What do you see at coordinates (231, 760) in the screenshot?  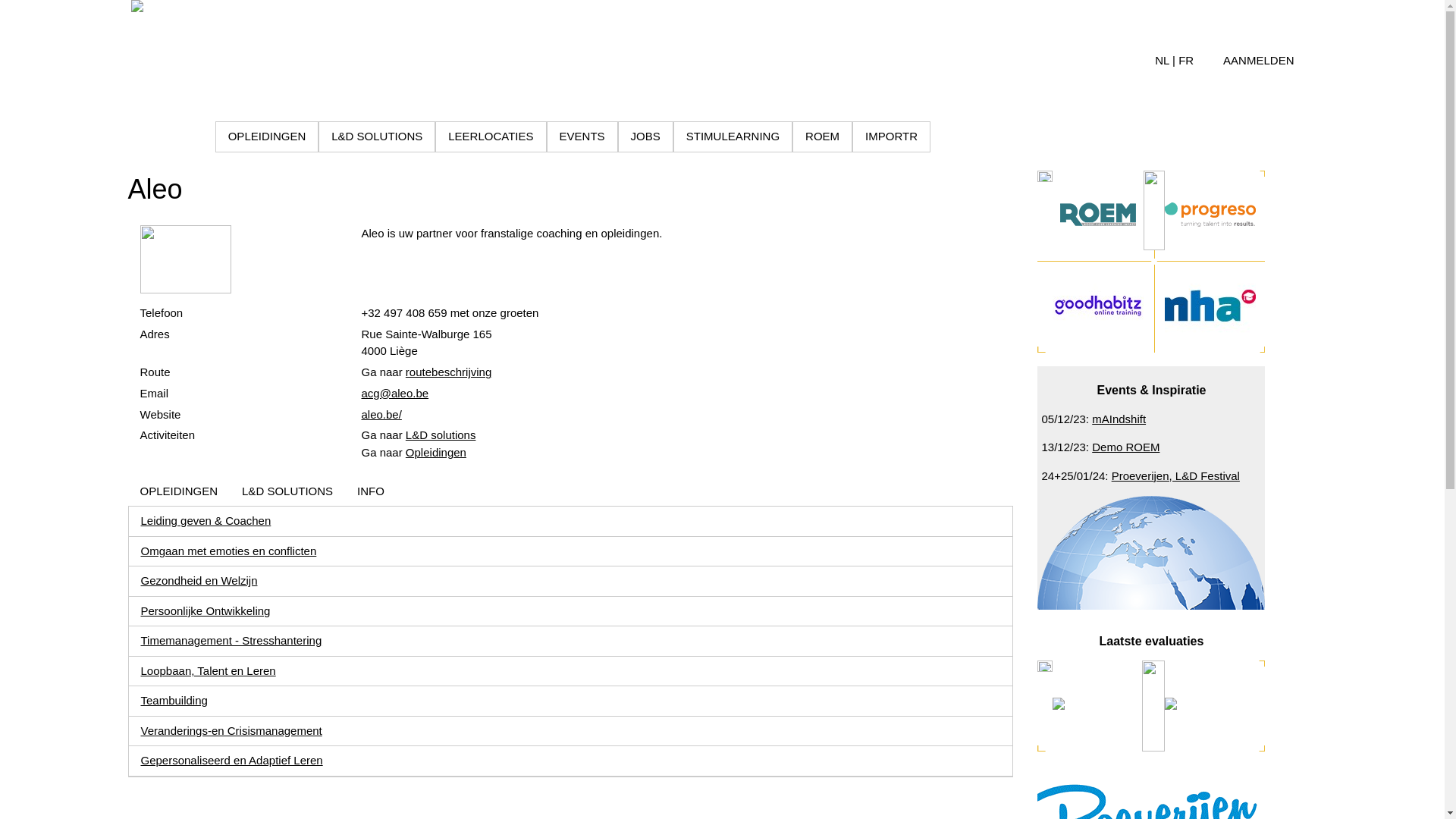 I see `'Gepersonaliseerd en Adaptief Leren'` at bounding box center [231, 760].